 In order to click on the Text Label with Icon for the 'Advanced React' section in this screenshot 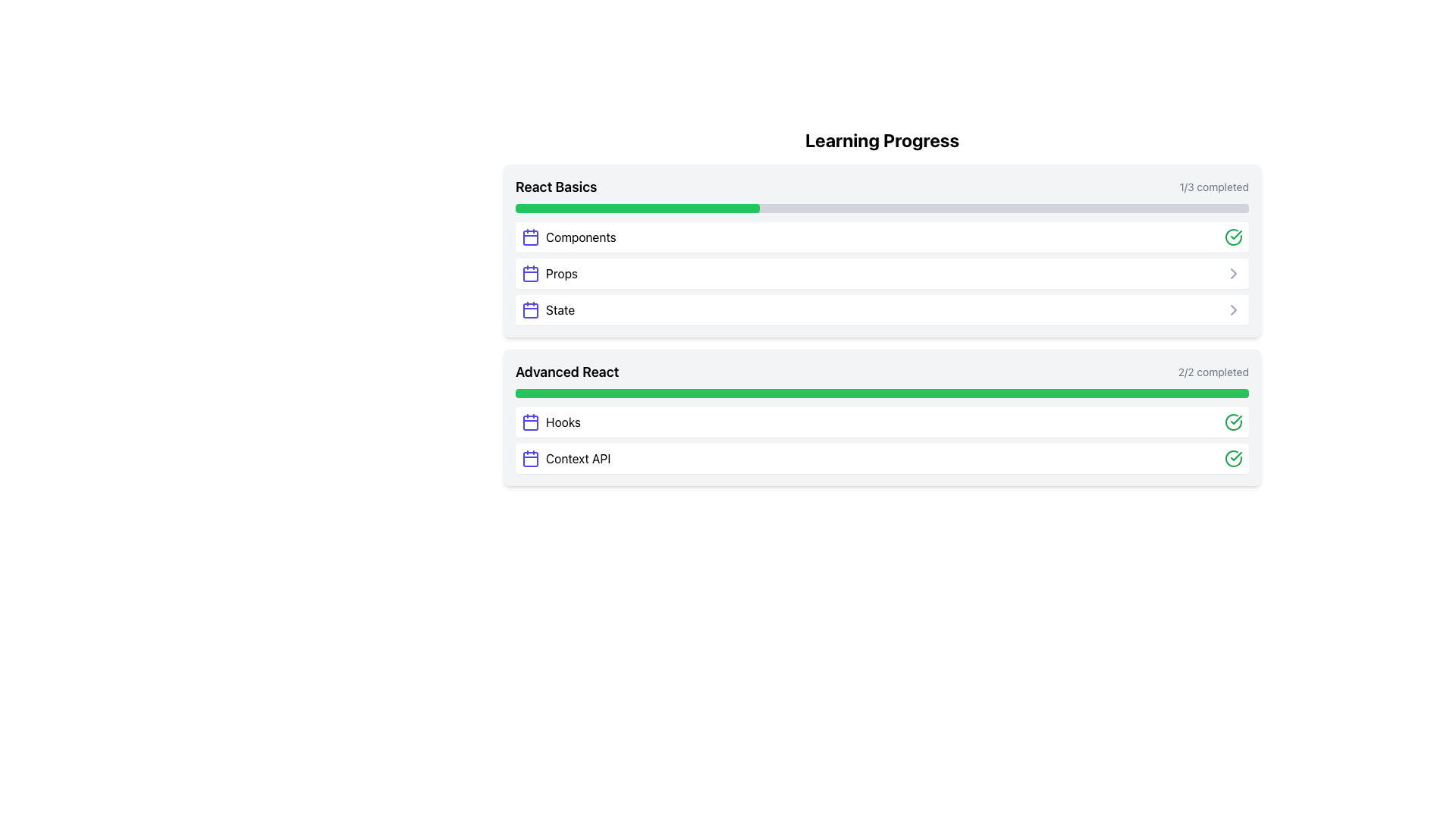, I will do `click(550, 422)`.